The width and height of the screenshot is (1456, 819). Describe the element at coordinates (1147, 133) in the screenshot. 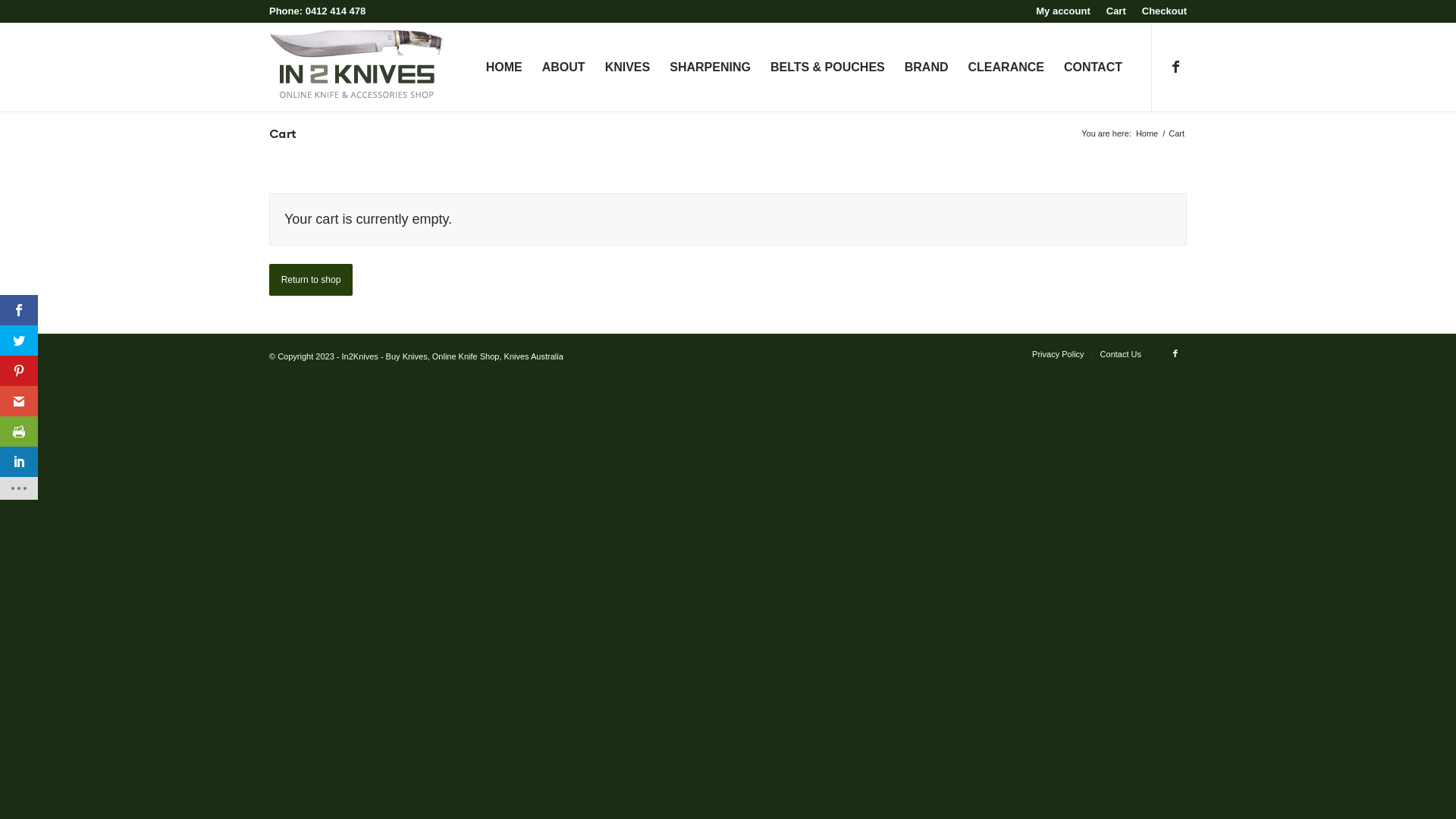

I see `'Home'` at that location.